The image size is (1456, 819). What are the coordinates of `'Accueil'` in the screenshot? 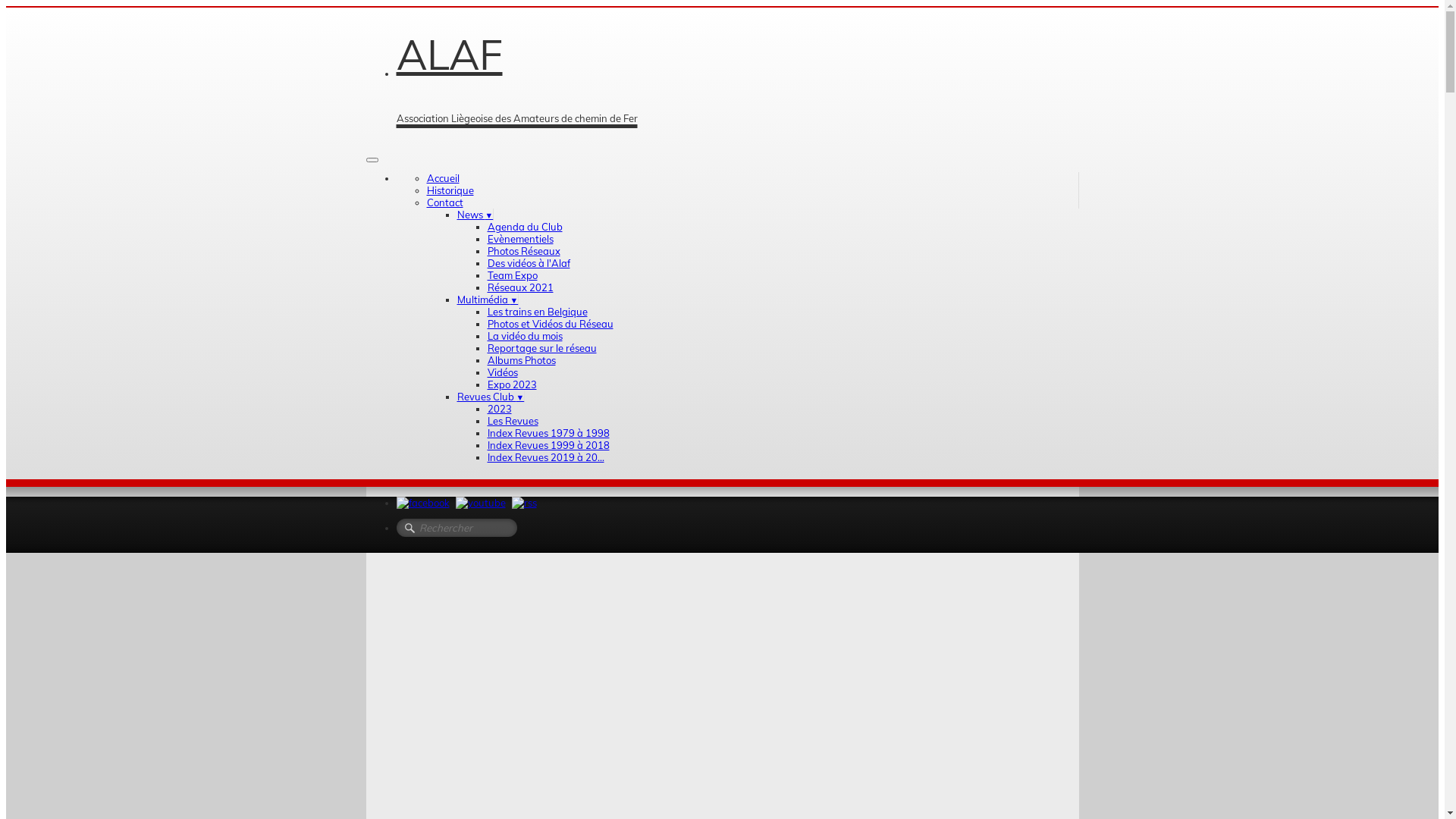 It's located at (425, 177).